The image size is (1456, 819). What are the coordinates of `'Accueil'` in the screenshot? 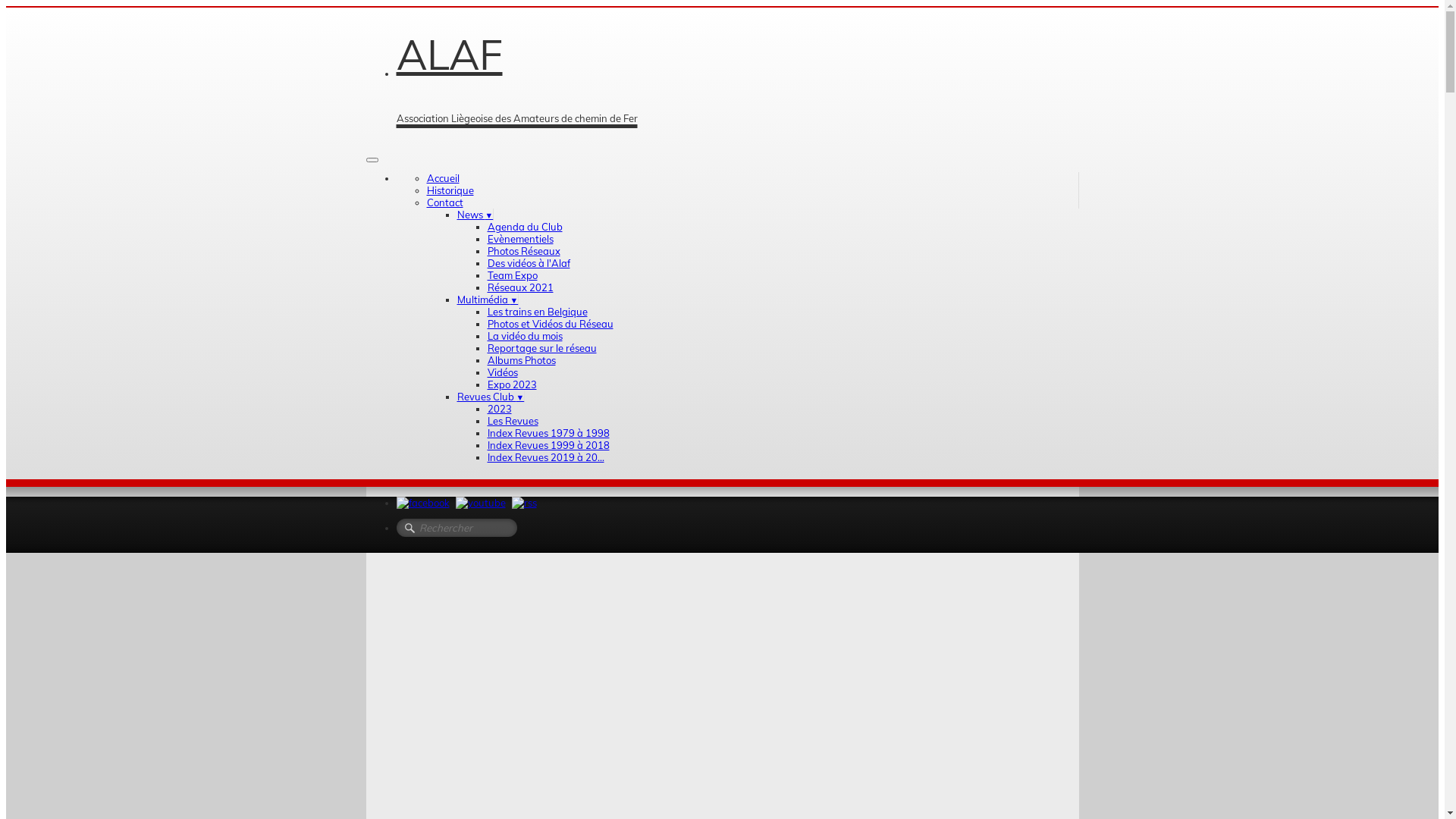 It's located at (425, 177).